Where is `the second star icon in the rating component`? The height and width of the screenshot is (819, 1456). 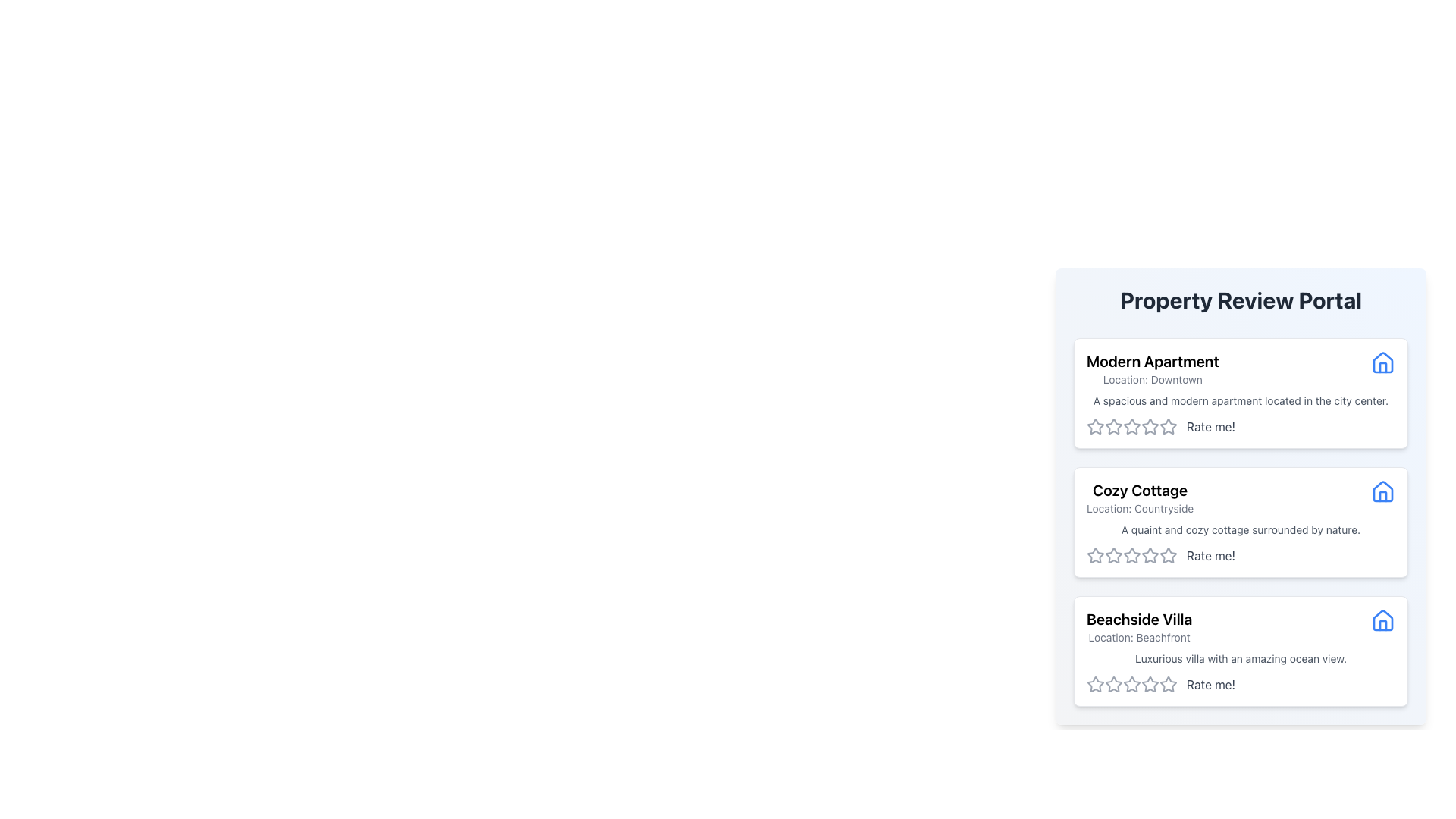
the second star icon in the rating component is located at coordinates (1131, 555).